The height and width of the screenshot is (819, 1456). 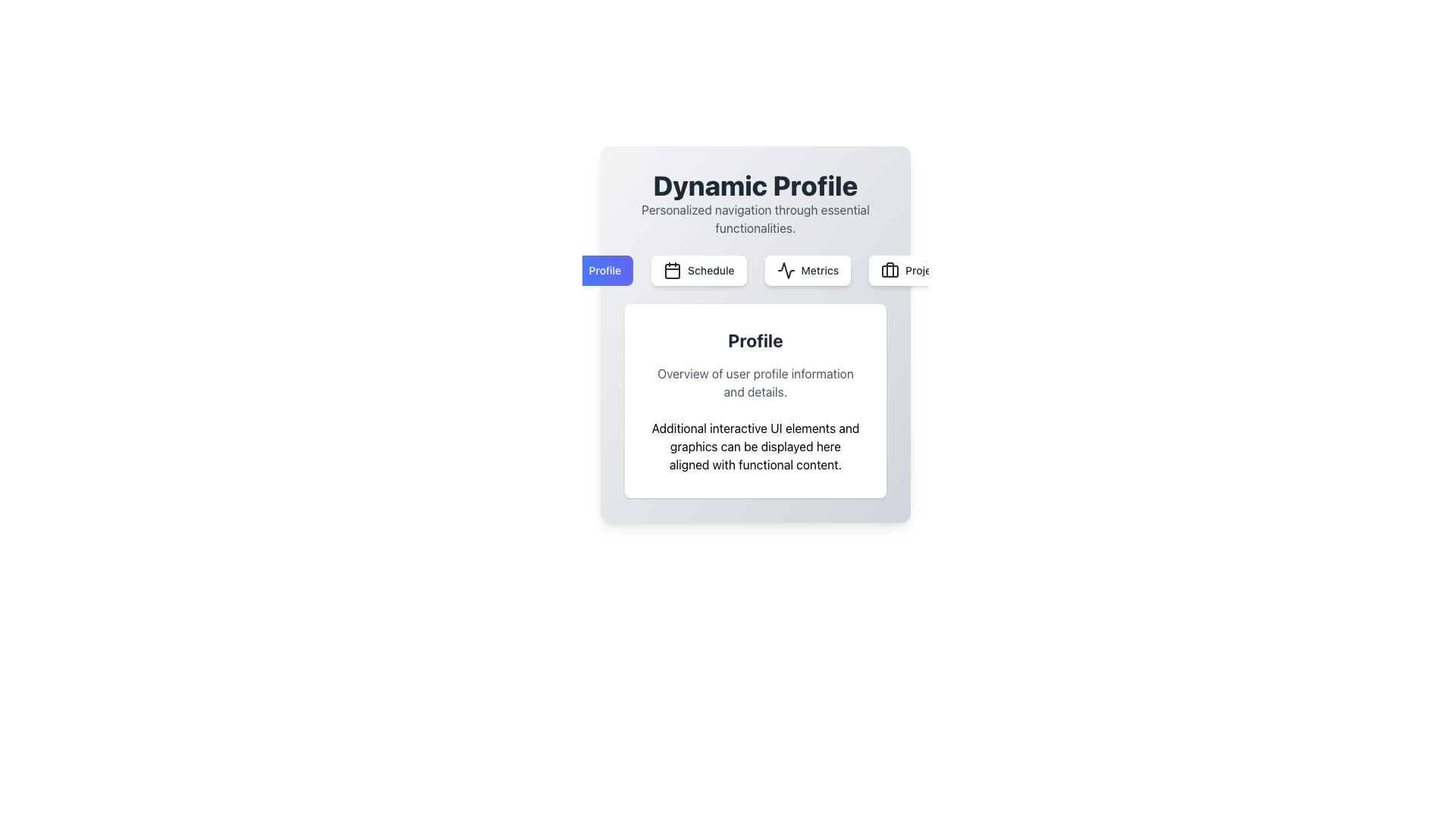 I want to click on the line-based chart icon within the square button located in the horizontal navigation bar of the 'Dynamic Profile' content card, so click(x=786, y=270).